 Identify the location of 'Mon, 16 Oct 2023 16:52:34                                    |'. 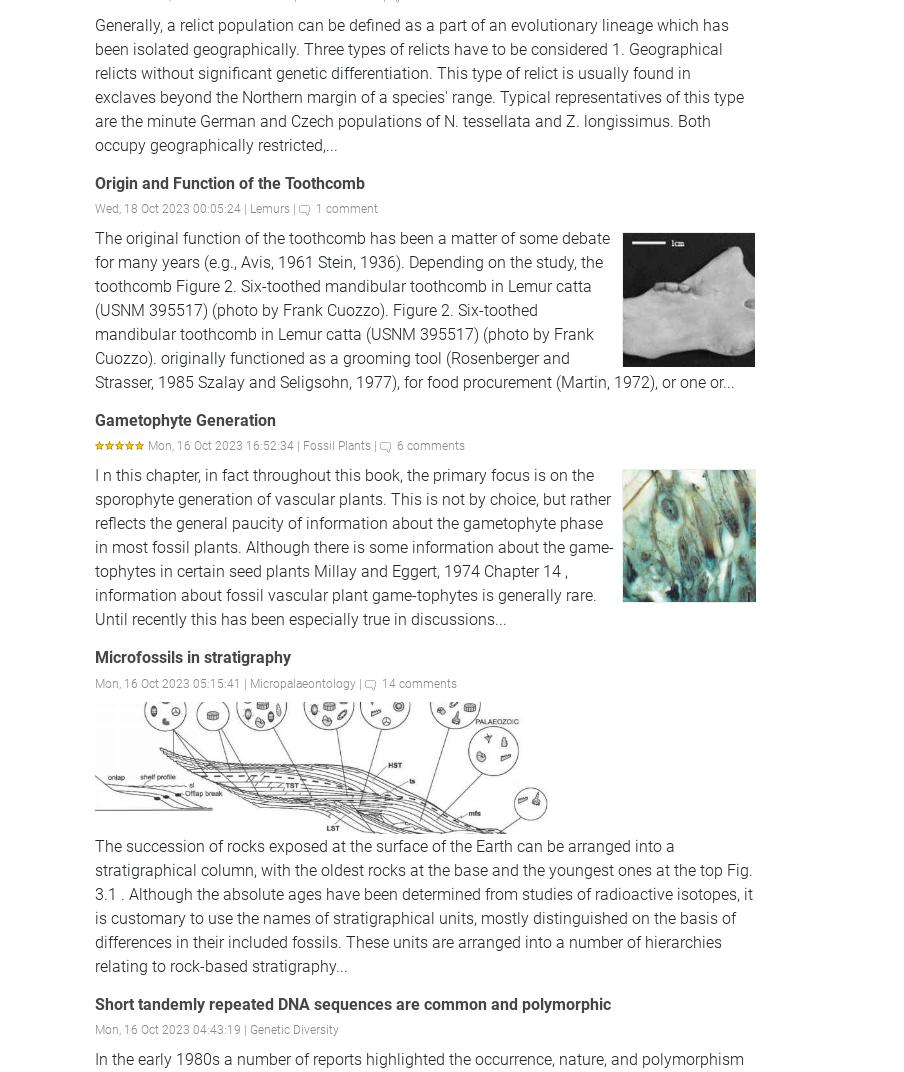
(225, 444).